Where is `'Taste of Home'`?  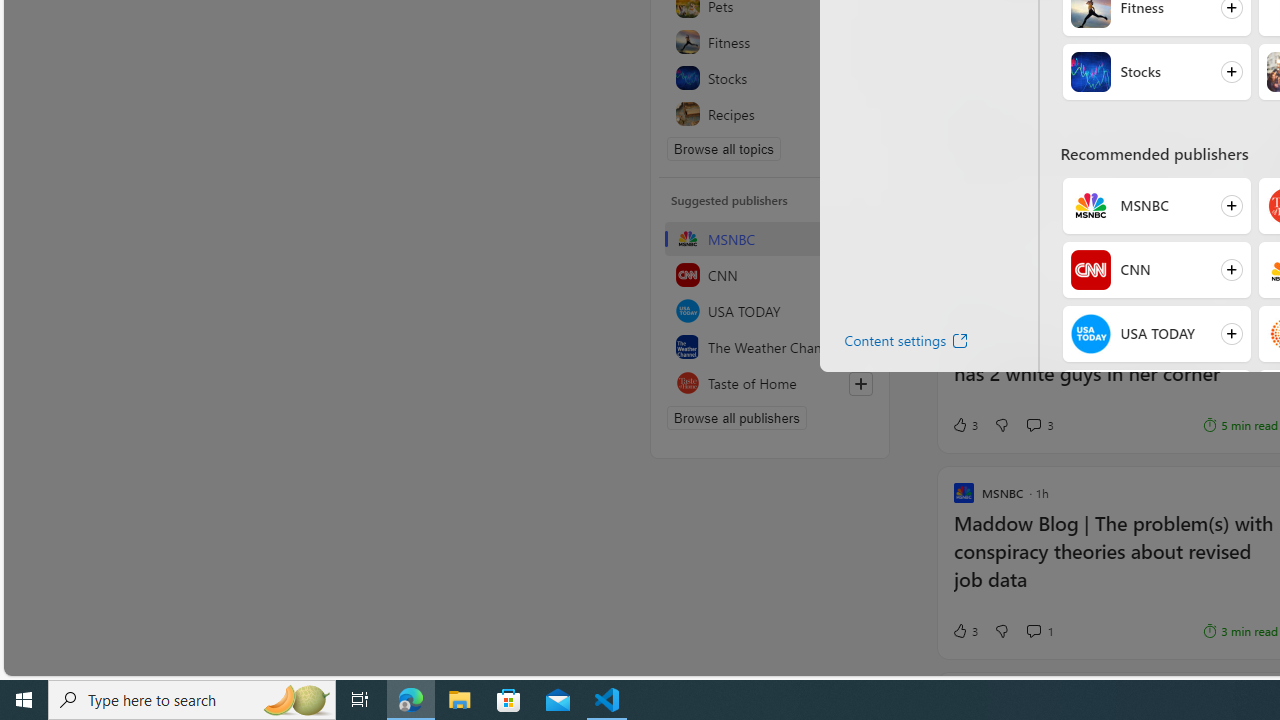
'Taste of Home' is located at coordinates (769, 383).